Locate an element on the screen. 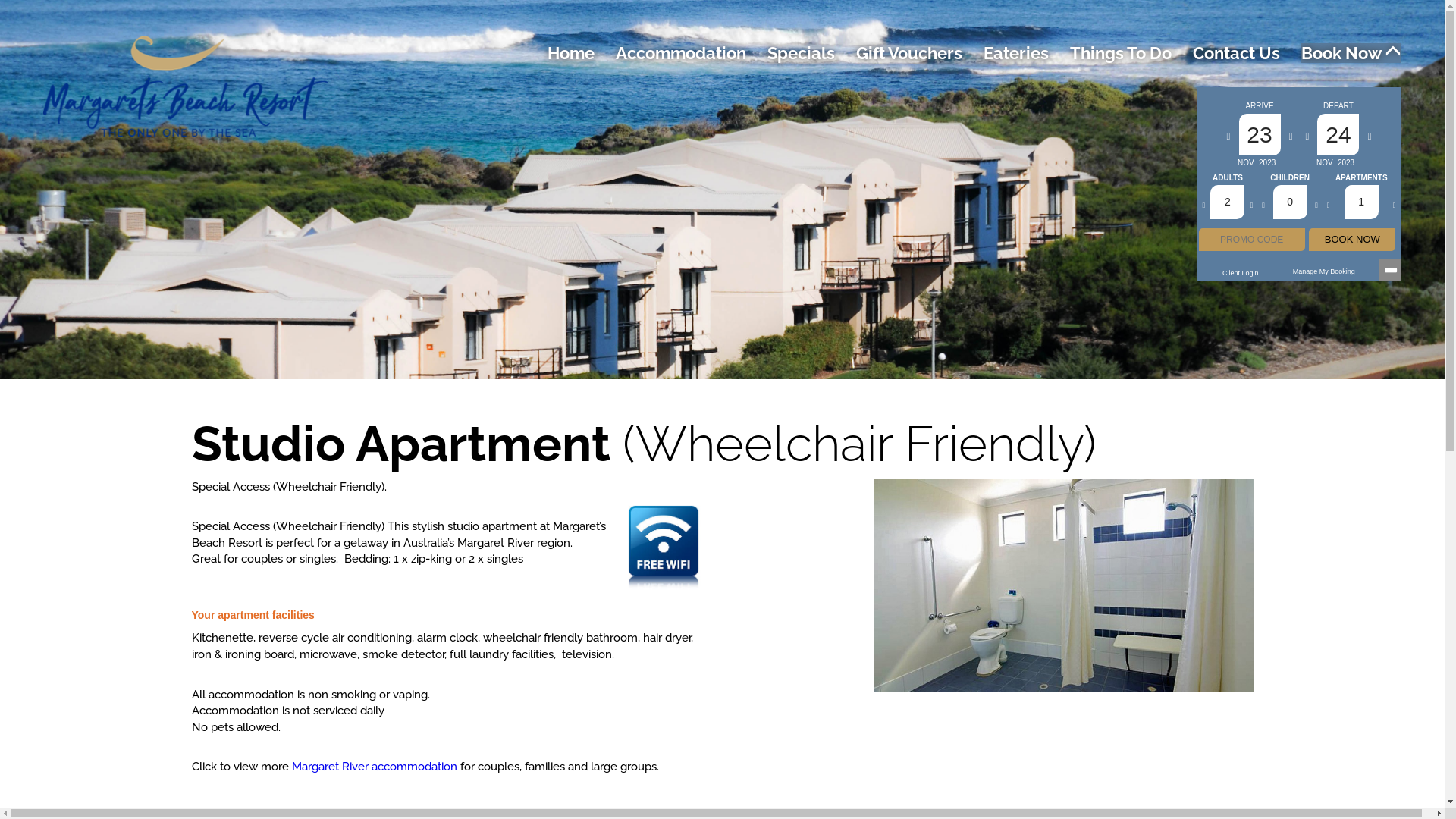  'Home' is located at coordinates (570, 52).